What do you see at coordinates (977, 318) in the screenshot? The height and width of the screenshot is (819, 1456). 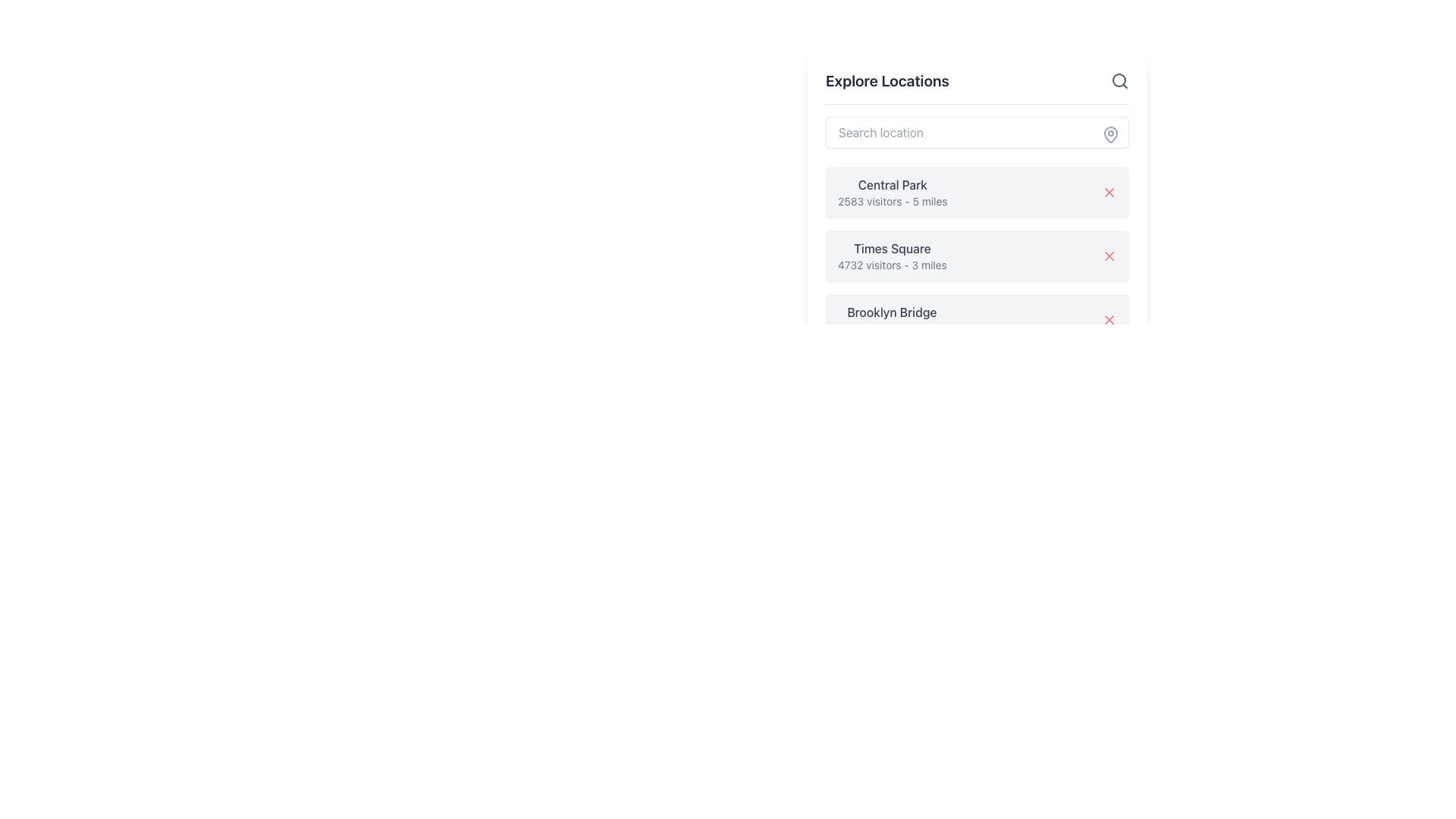 I see `the third list item representing 'Brooklyn Bridge' which includes a red 'X' icon for removal` at bounding box center [977, 318].